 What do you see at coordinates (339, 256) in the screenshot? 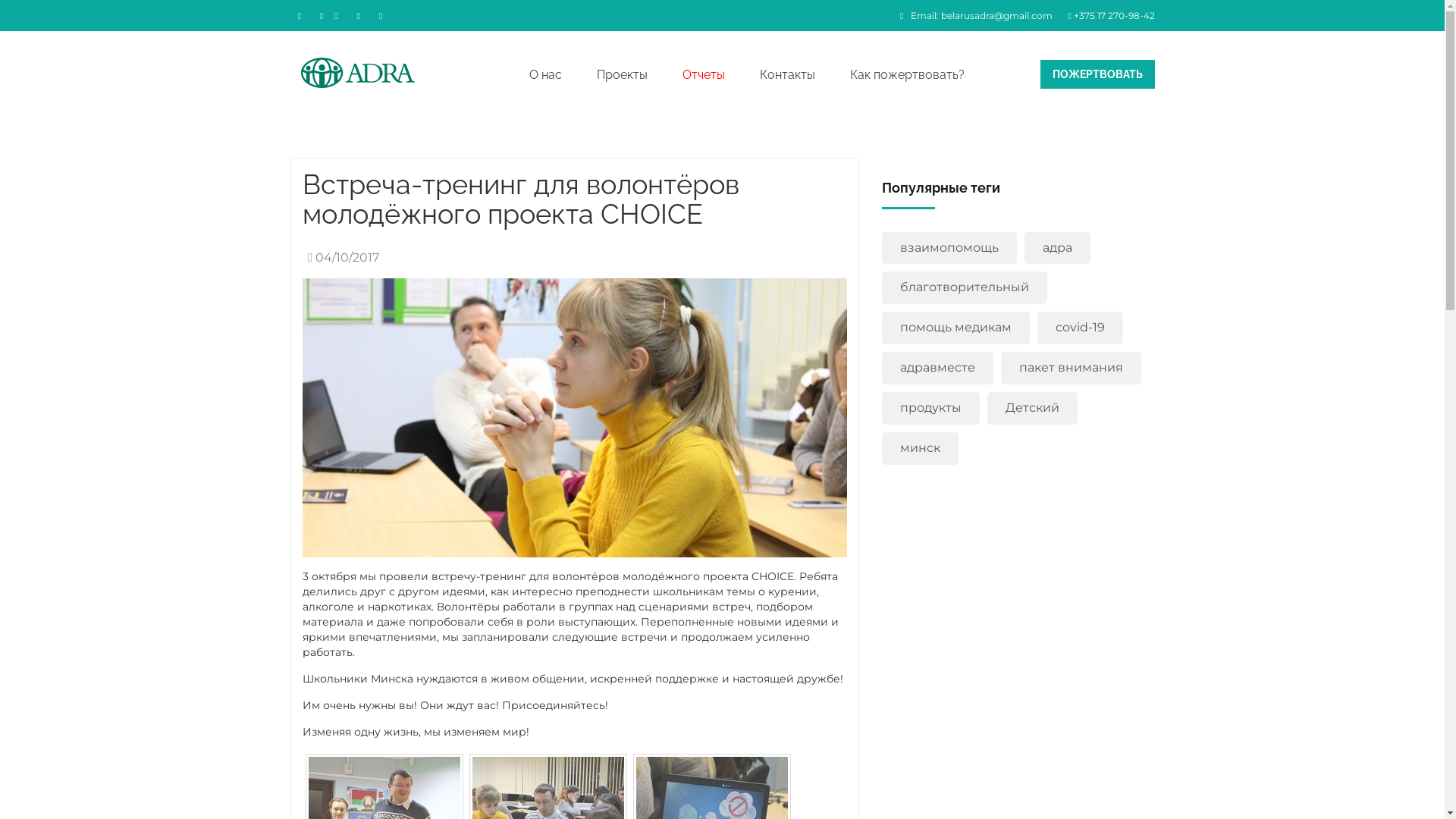
I see `'04/10/2017'` at bounding box center [339, 256].